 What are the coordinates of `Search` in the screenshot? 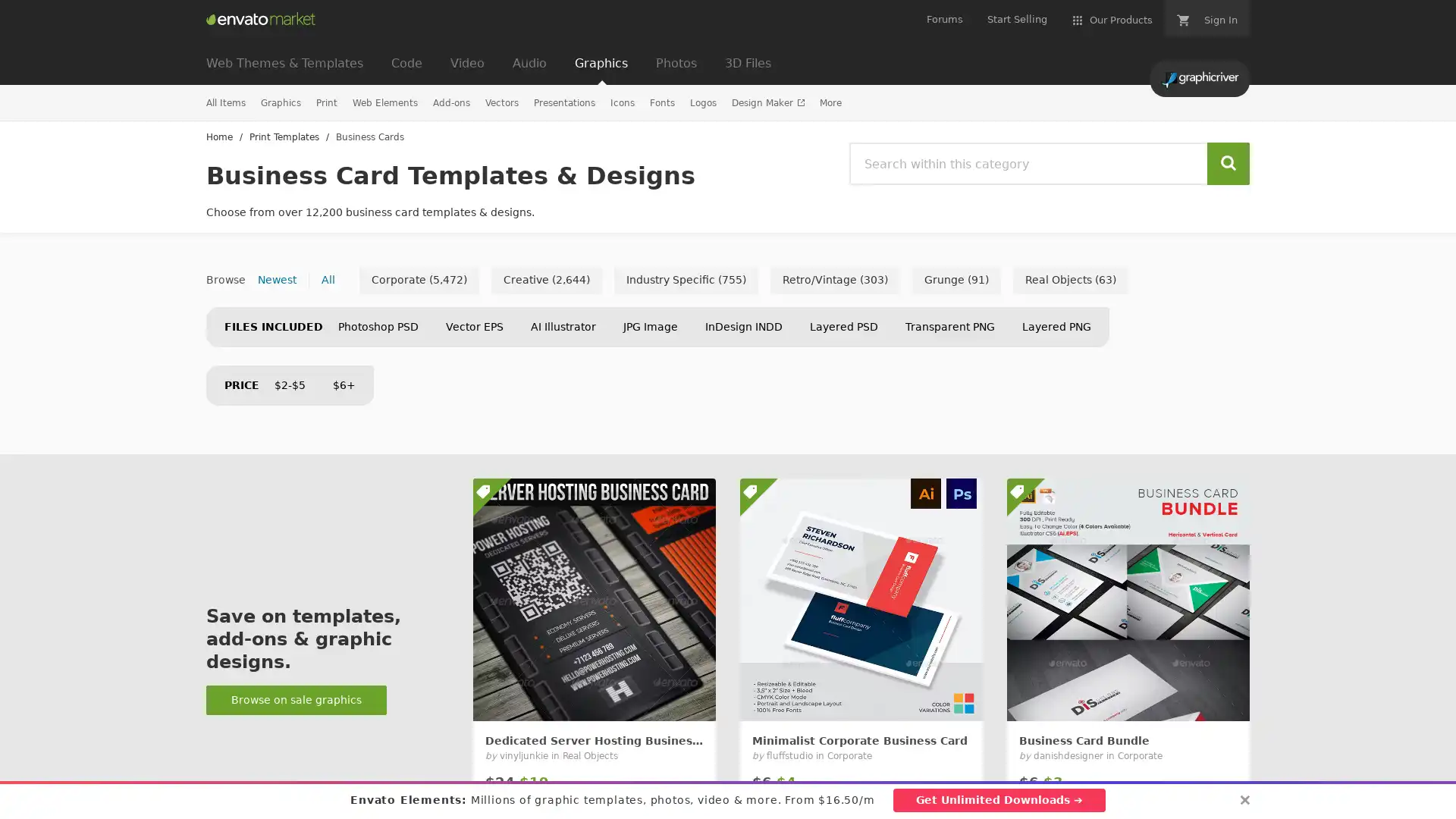 It's located at (1228, 164).